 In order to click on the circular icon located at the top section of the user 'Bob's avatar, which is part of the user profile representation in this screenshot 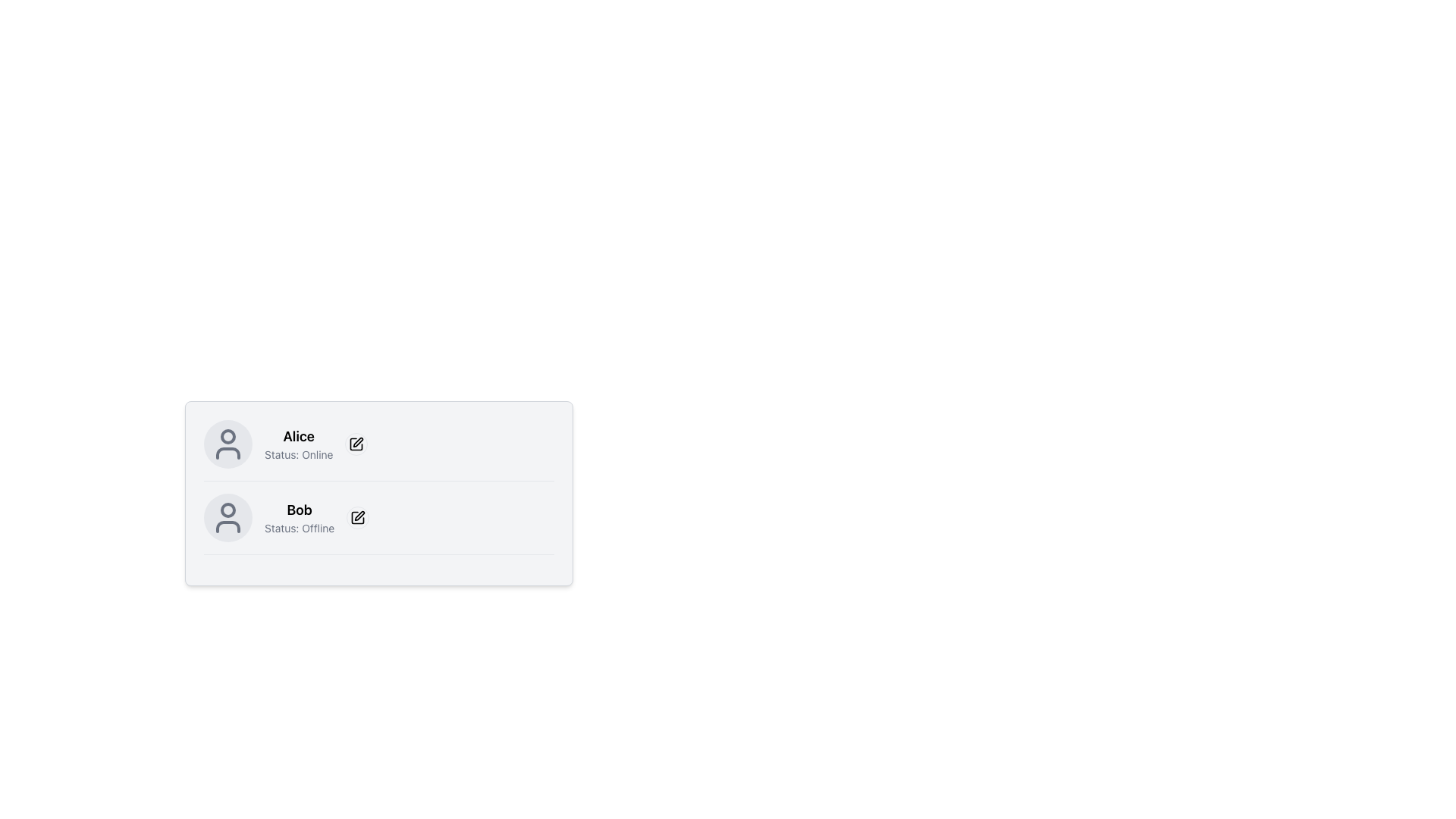, I will do `click(227, 510)`.